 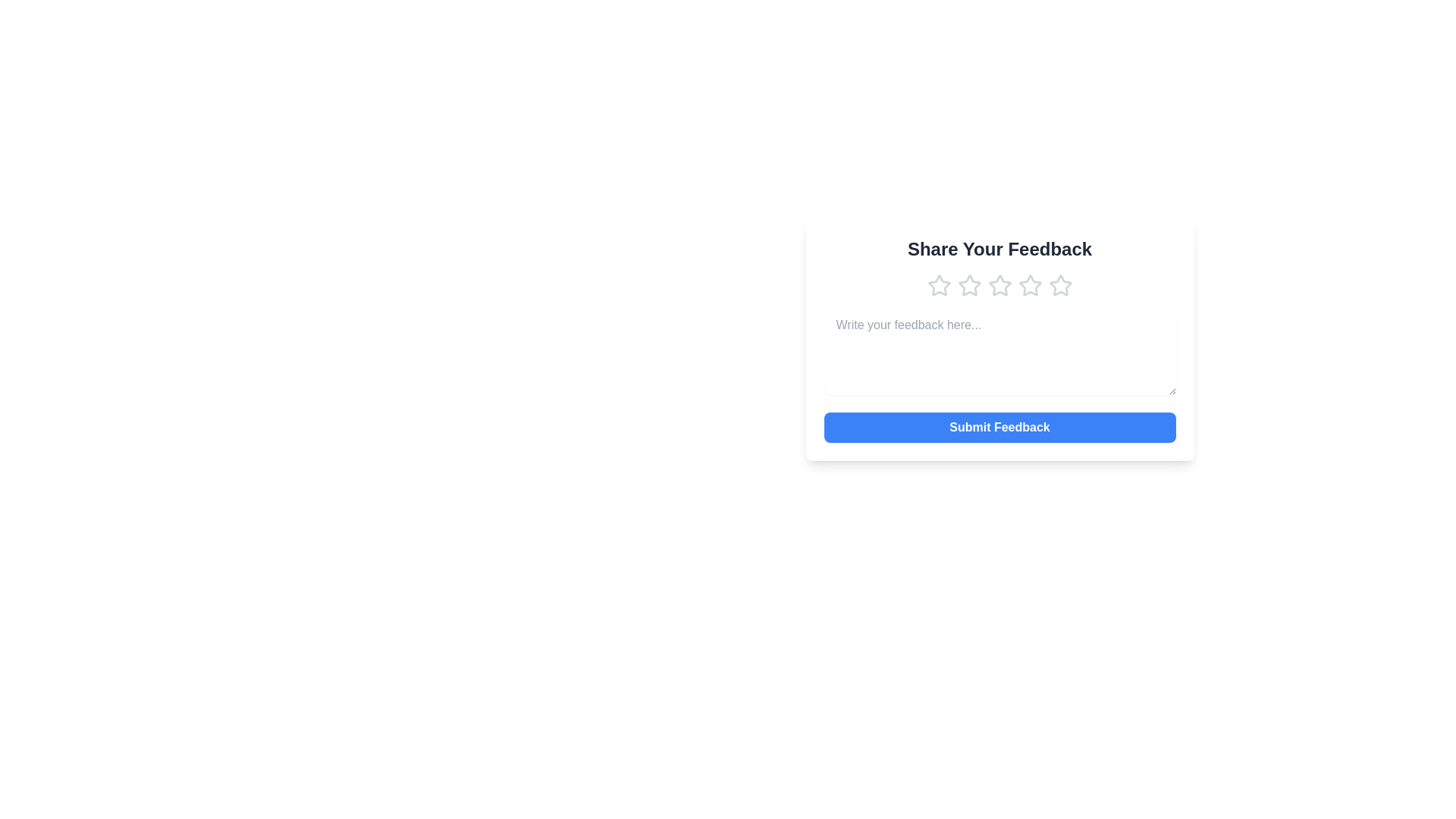 I want to click on the first star icon in the 'Share Your Feedback' section, which allows users to rate an item or service as '1 star', so click(x=938, y=286).